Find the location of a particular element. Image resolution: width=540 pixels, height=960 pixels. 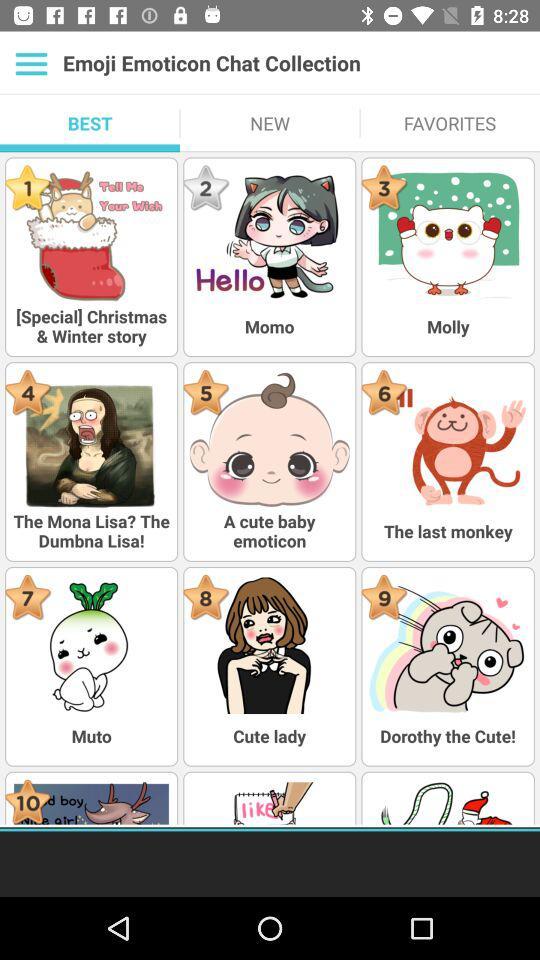

item below emoji emoticon chat icon is located at coordinates (449, 122).